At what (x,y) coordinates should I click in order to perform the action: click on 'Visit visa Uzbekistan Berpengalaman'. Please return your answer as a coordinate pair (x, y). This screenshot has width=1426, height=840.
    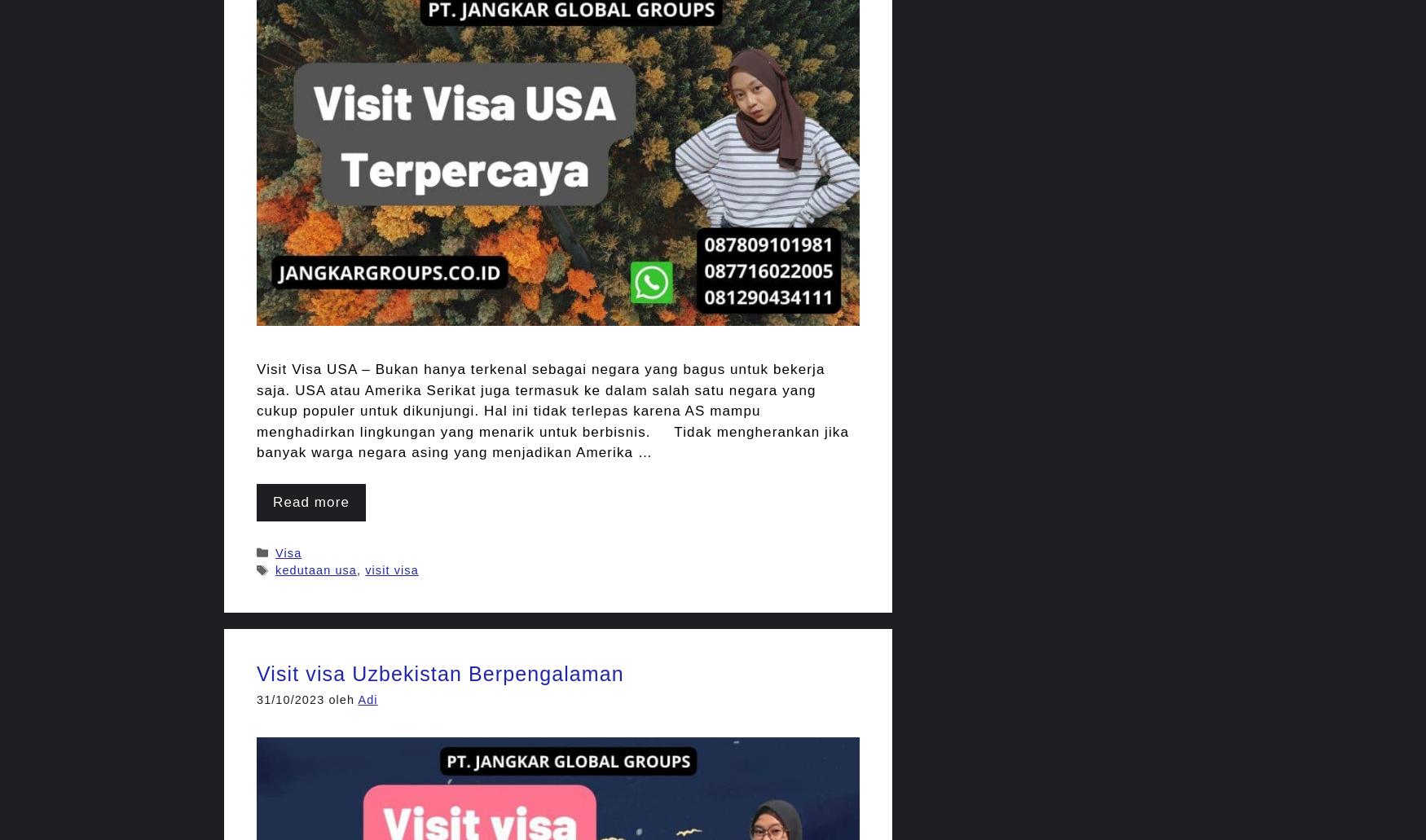
    Looking at the image, I should click on (439, 673).